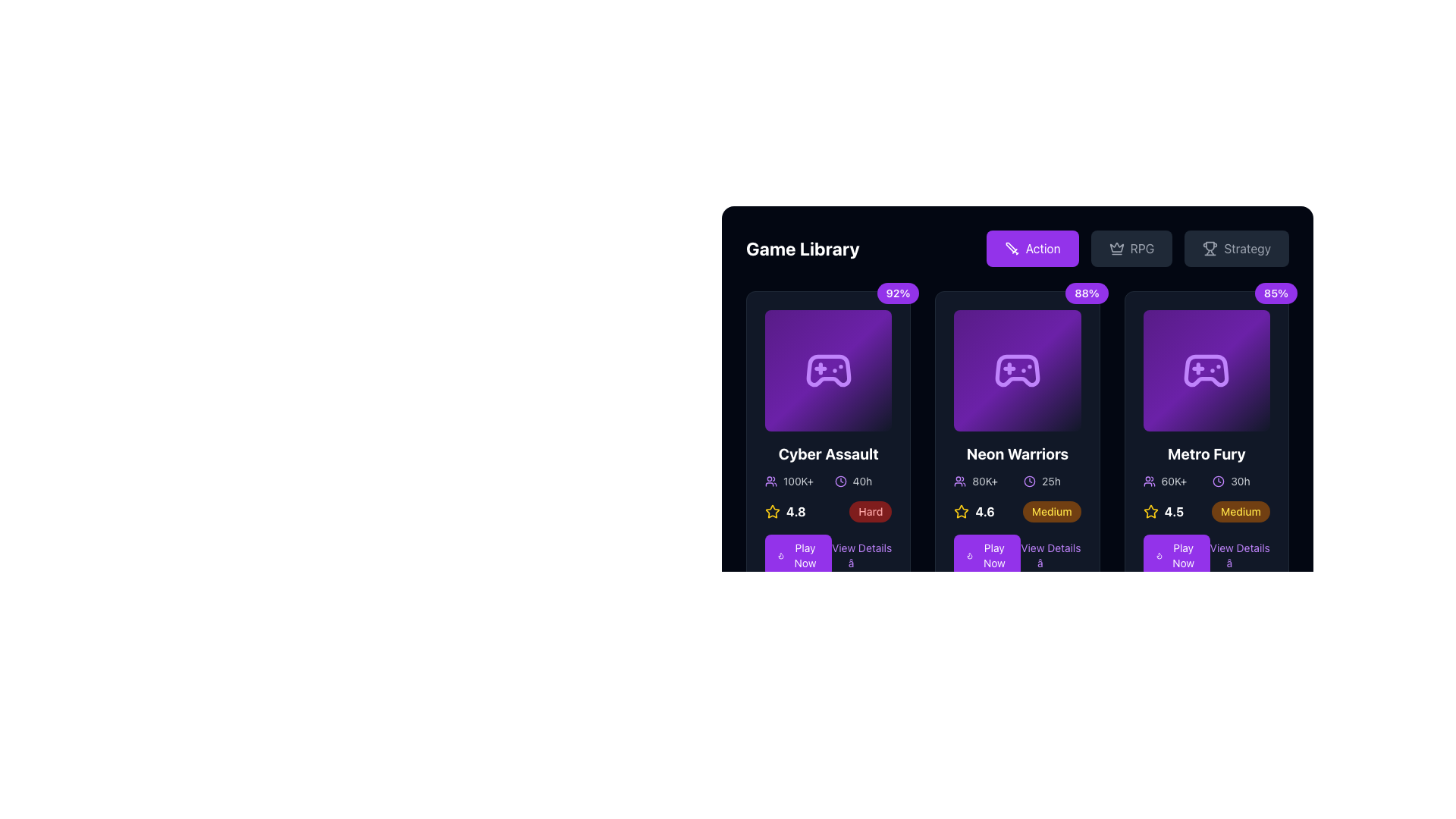 Image resolution: width=1456 pixels, height=819 pixels. Describe the element at coordinates (1050, 555) in the screenshot. I see `the clickable link located to the right of the 'Play Now' button in the bottom card UI for the game 'Neon Warriors' to change its color` at that location.